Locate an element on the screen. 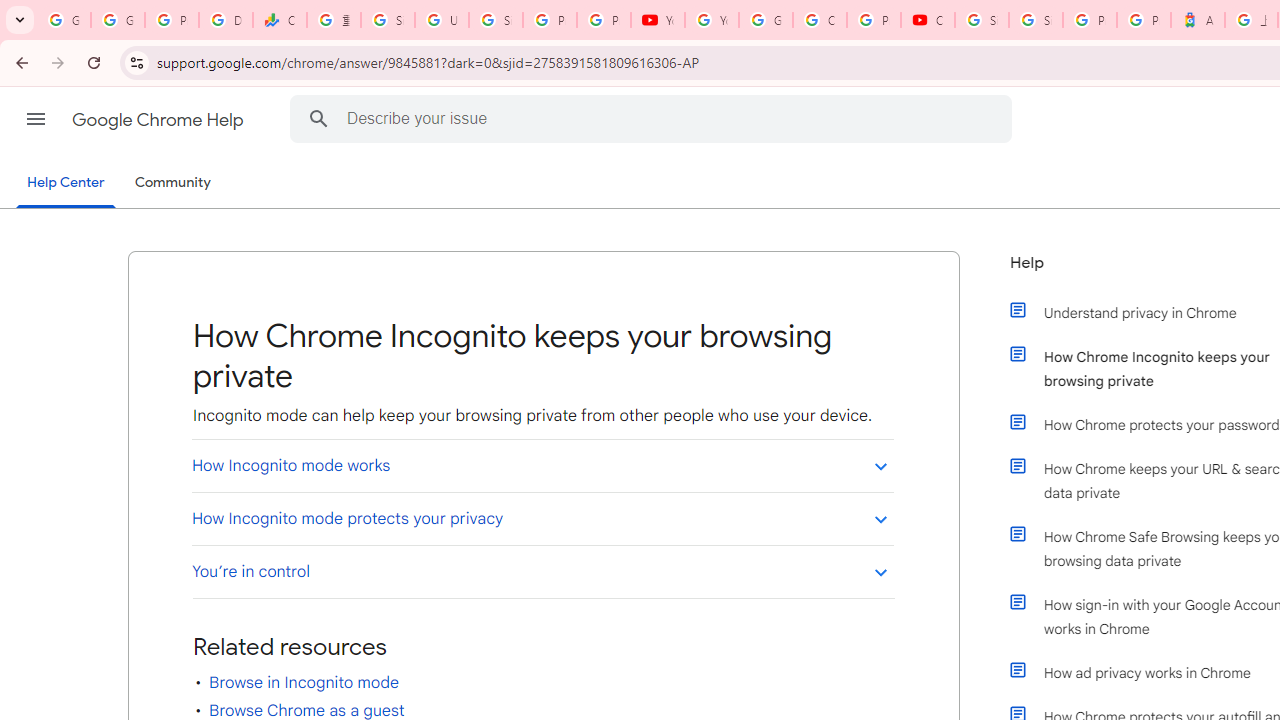  'Google Account Help' is located at coordinates (765, 20).